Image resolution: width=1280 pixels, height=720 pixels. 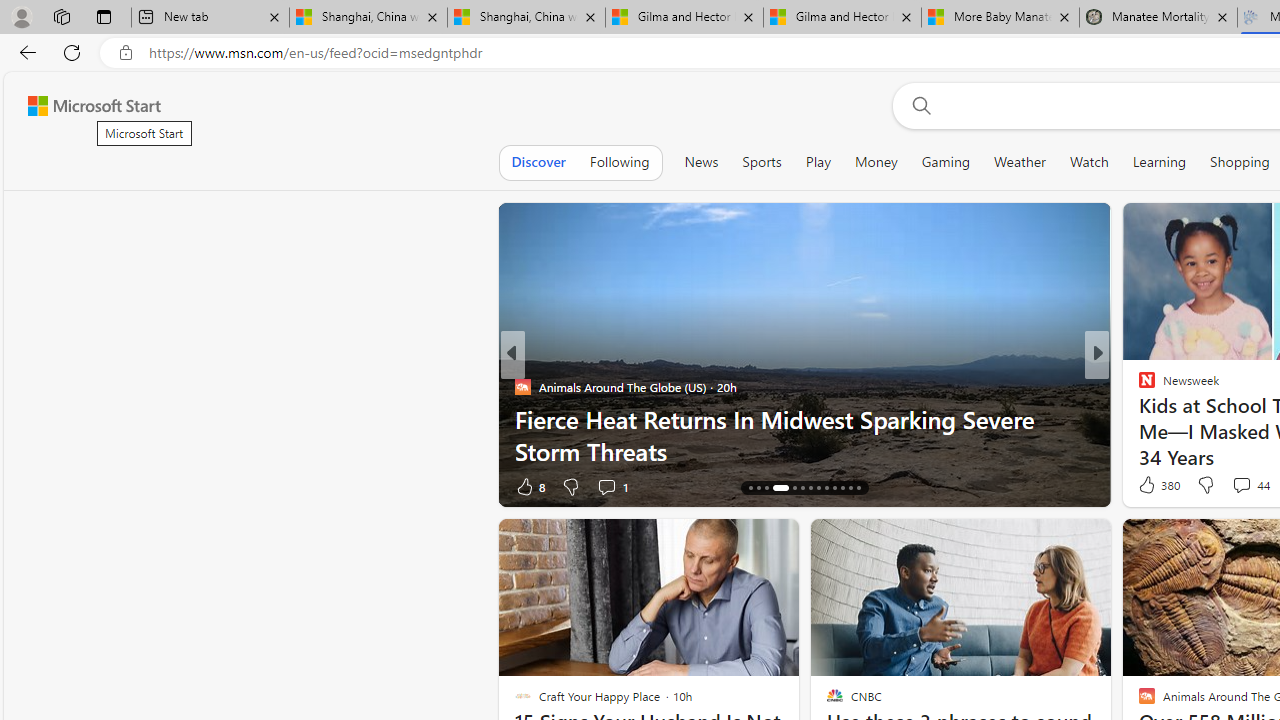 I want to click on 'View comments 16 Comment', so click(x=1237, y=486).